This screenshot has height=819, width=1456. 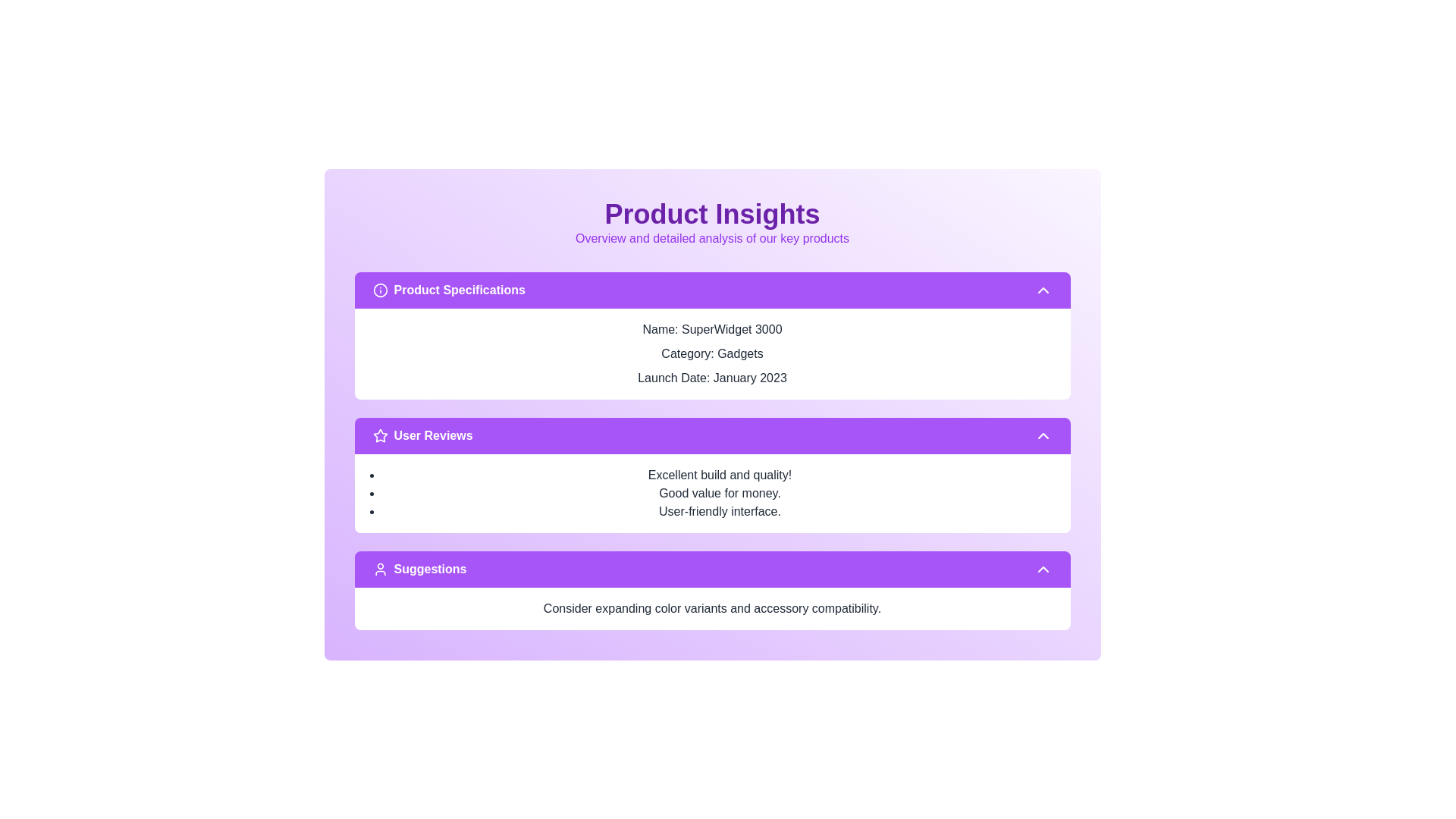 What do you see at coordinates (711, 377) in the screenshot?
I see `the text block that displays 'Launch Date: January 2023.' This text is the third item in a vertical list under 'Product Specifications.'` at bounding box center [711, 377].